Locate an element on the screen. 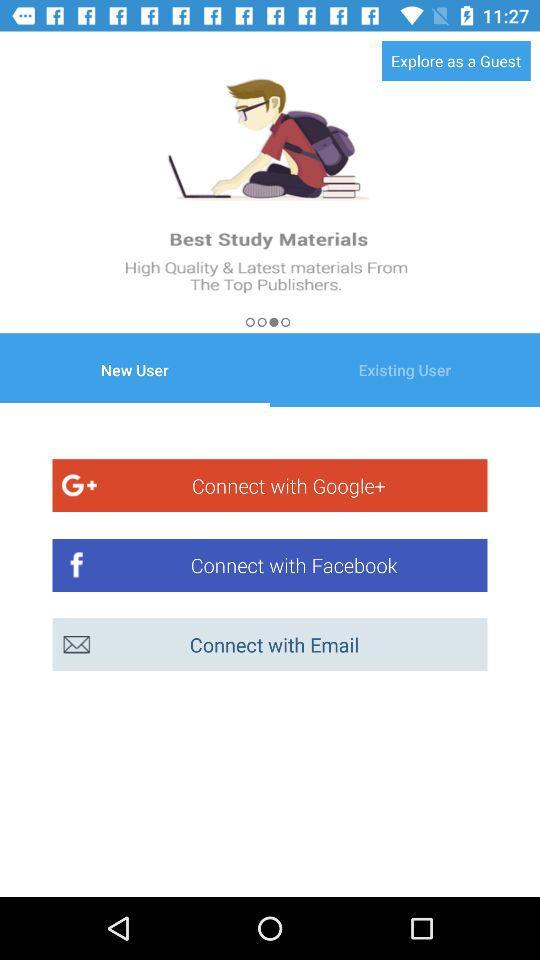  the explore as a is located at coordinates (456, 59).